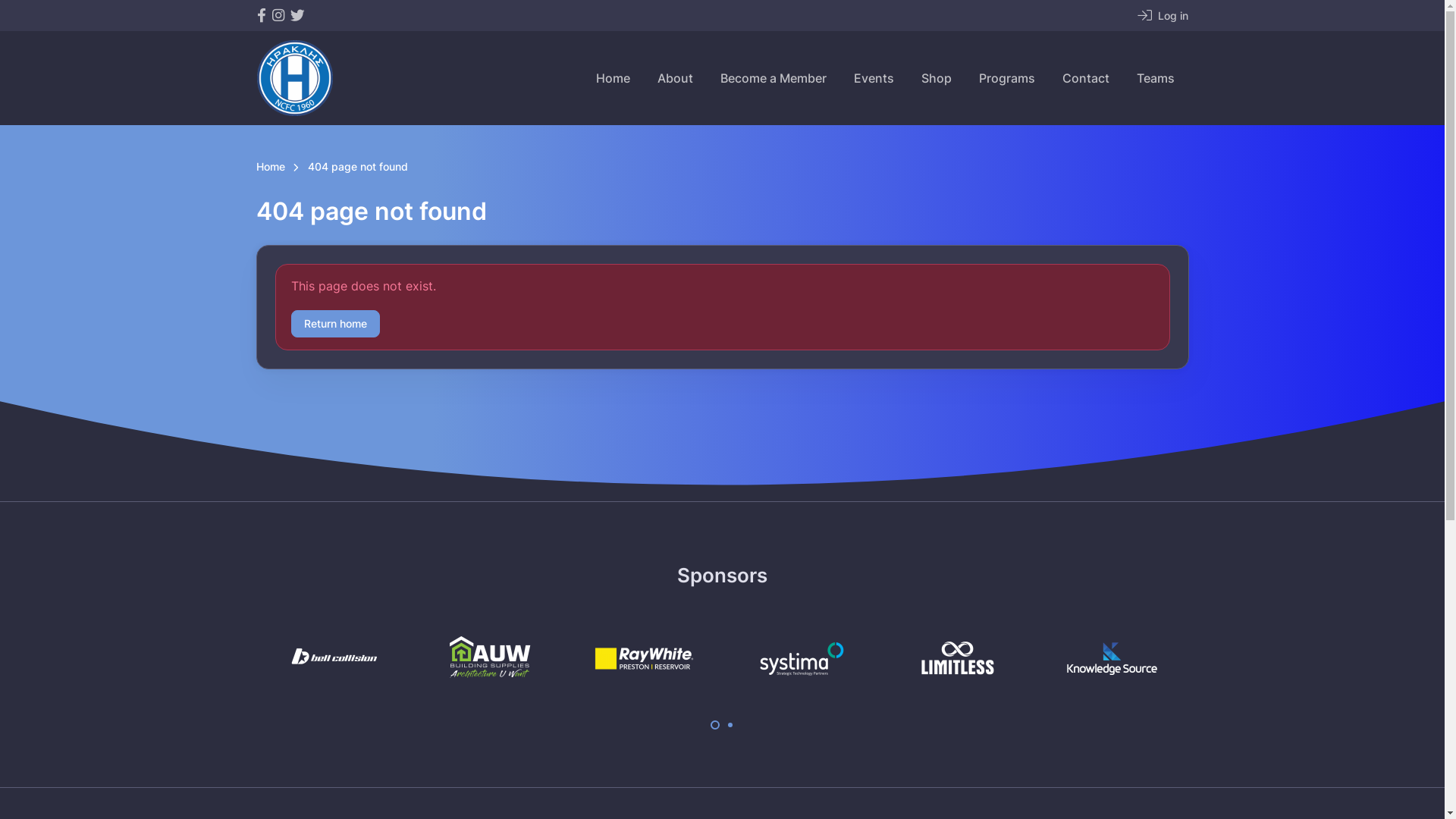  Describe the element at coordinates (874, 78) in the screenshot. I see `'Events'` at that location.